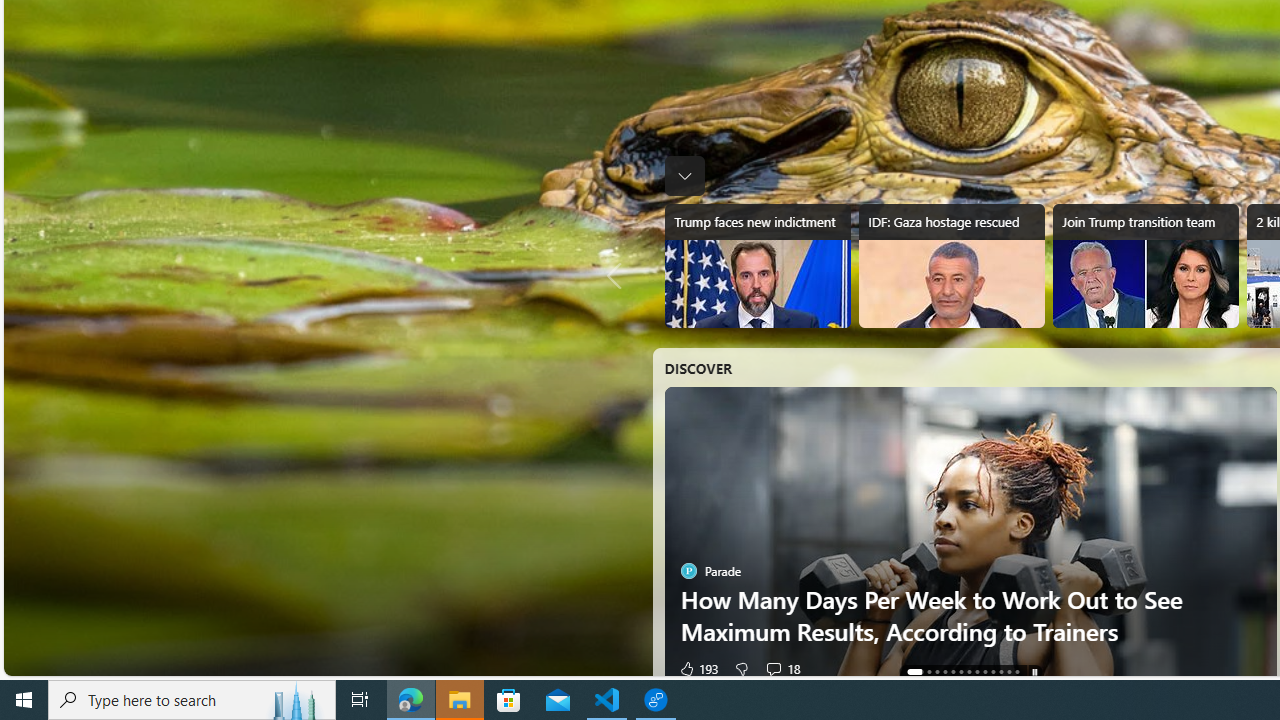 This screenshot has width=1280, height=720. I want to click on 'Start the conversation', so click(766, 668).